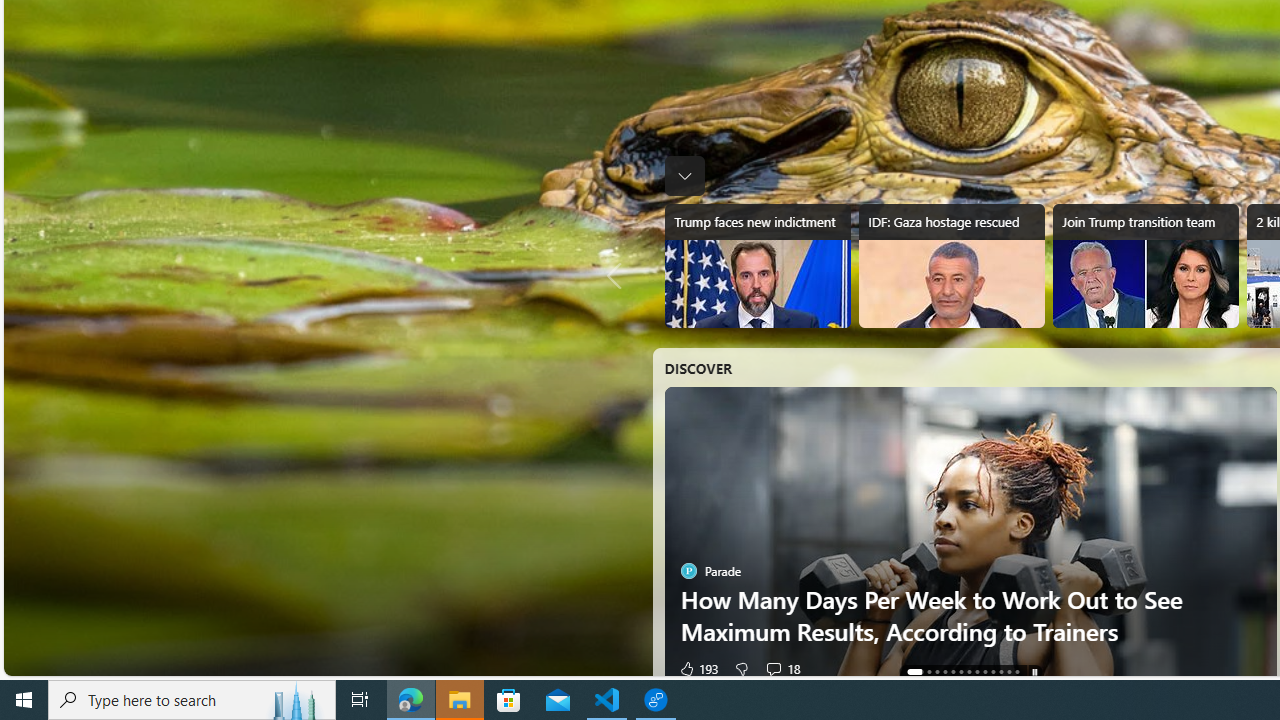 This screenshot has width=1280, height=720. I want to click on 'Start the conversation', so click(766, 668).